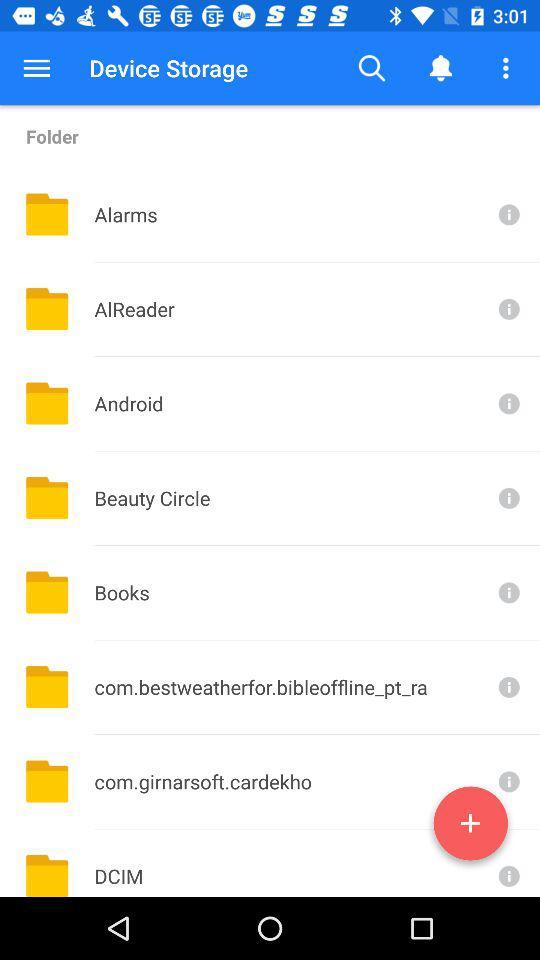 Image resolution: width=540 pixels, height=960 pixels. I want to click on information, so click(507, 309).